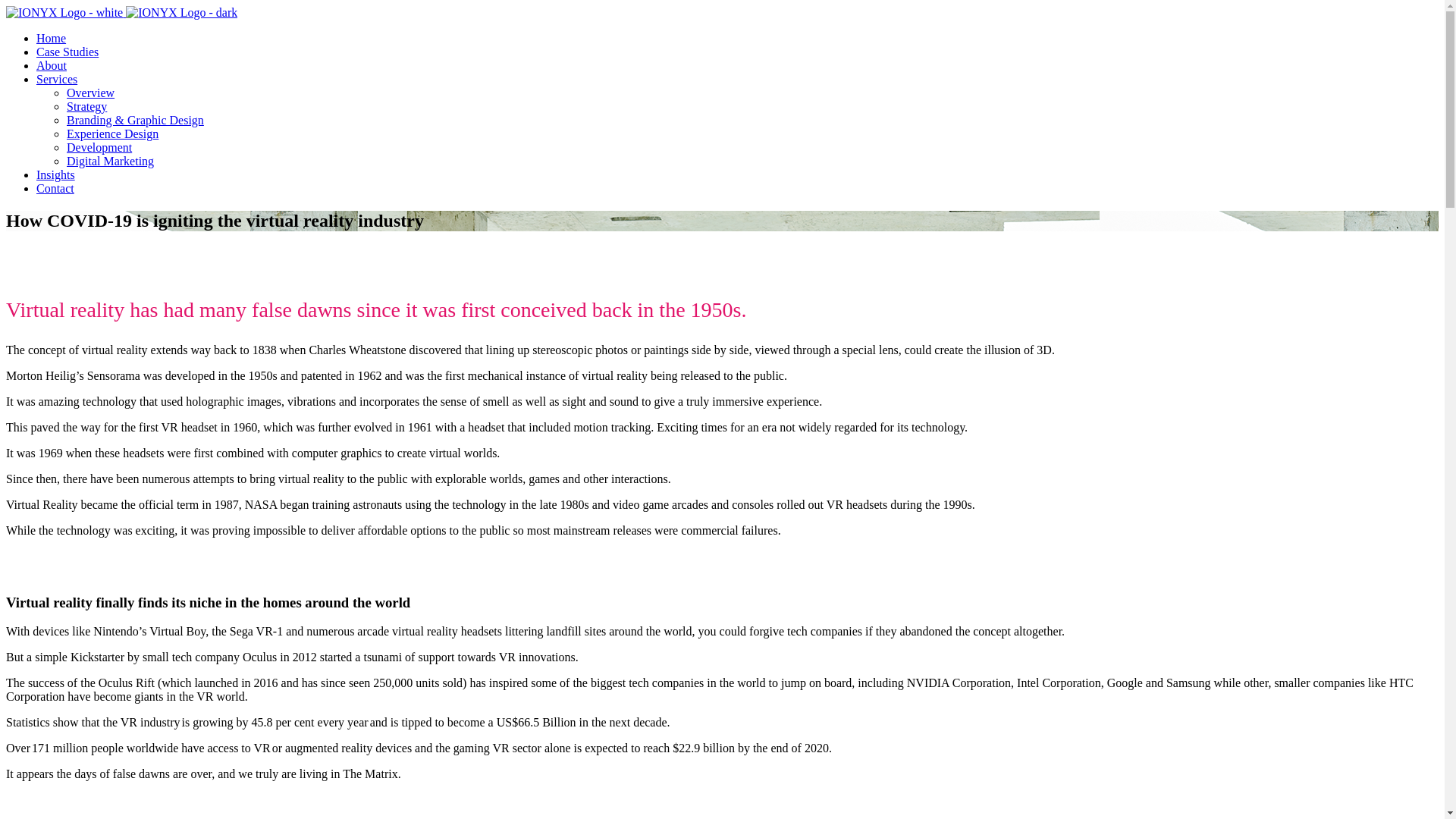 Image resolution: width=1456 pixels, height=819 pixels. I want to click on 'Contact', so click(55, 187).